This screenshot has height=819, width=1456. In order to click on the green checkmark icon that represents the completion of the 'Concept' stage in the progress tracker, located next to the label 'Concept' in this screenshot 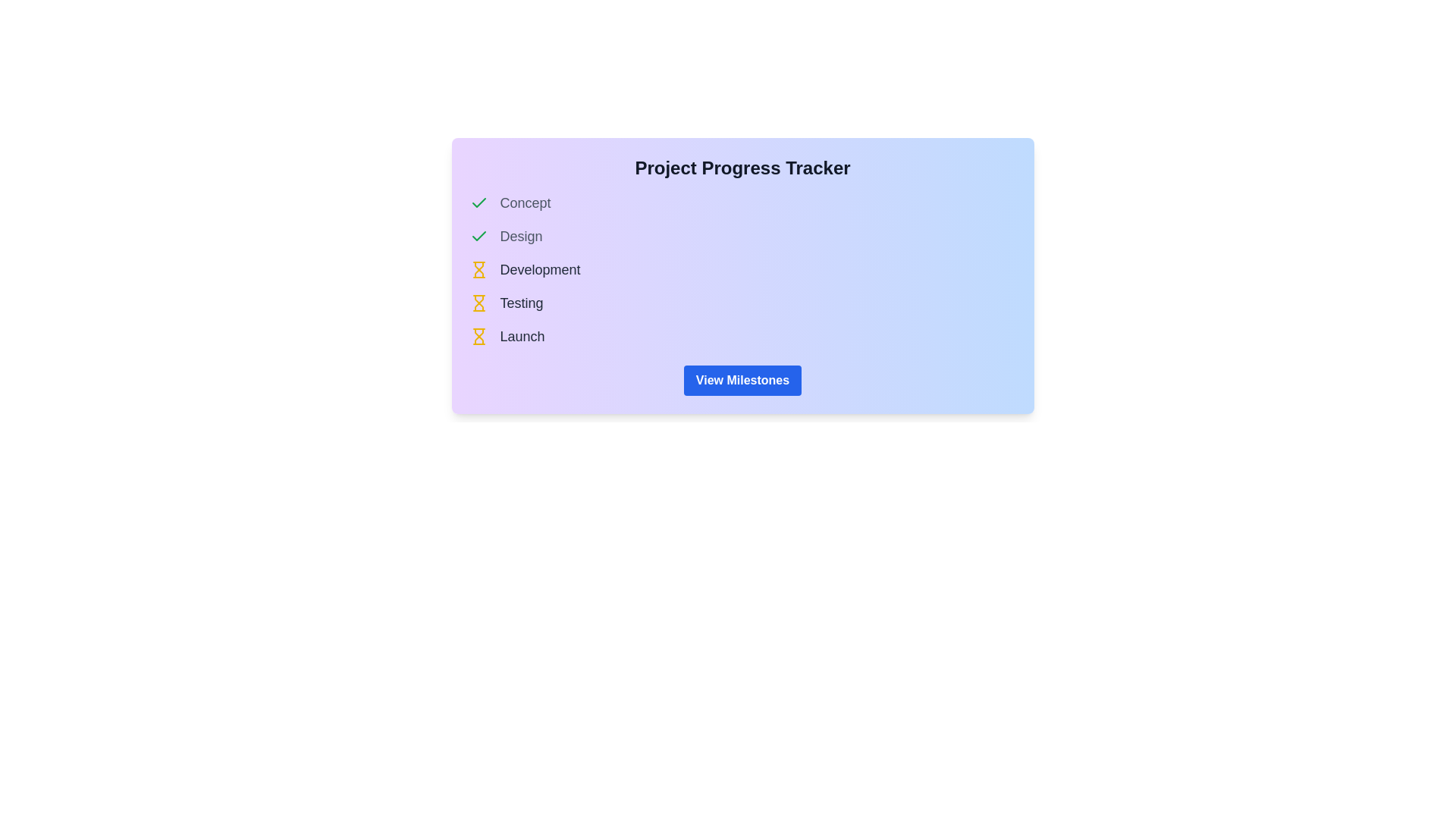, I will do `click(478, 202)`.